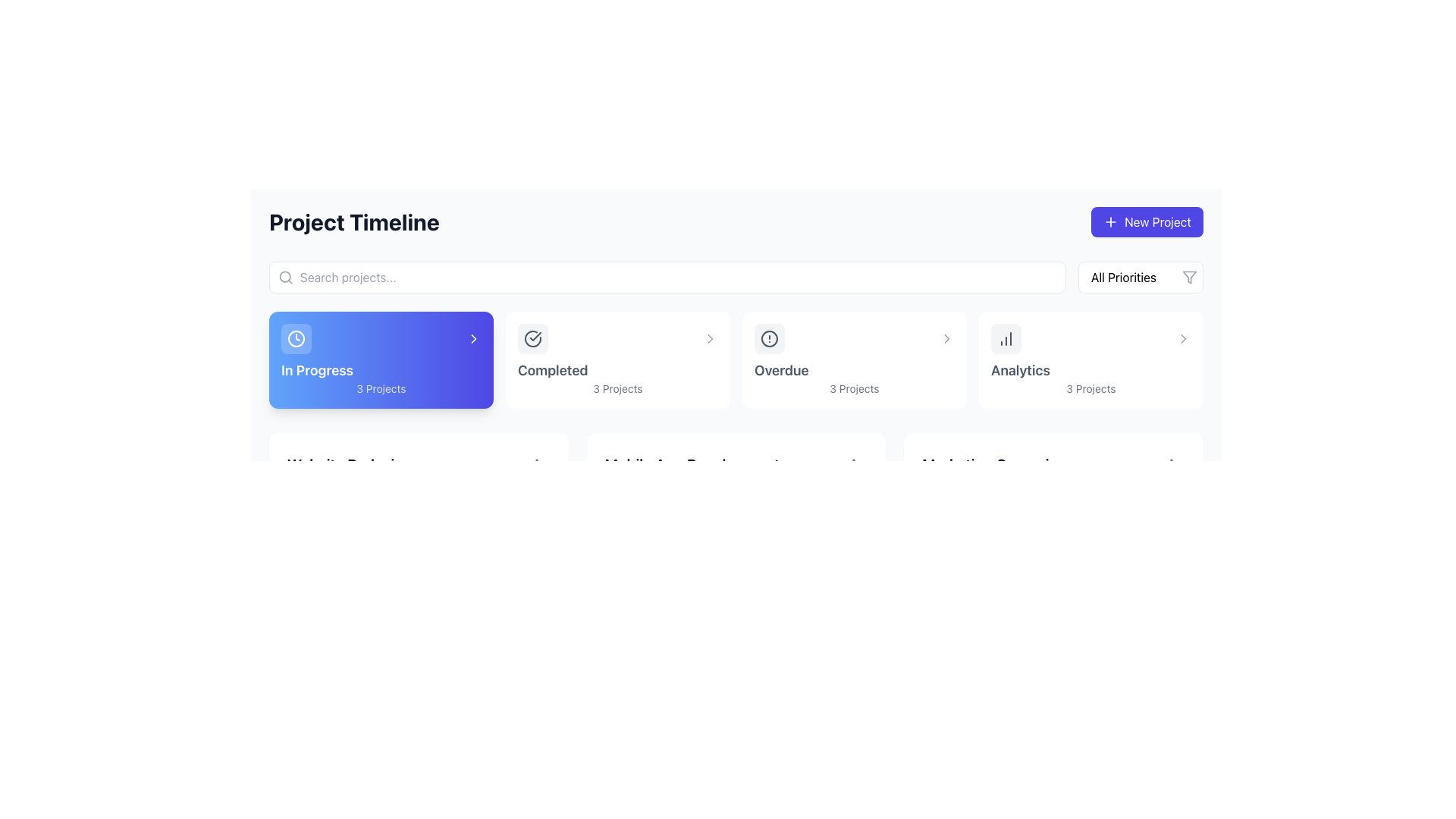  I want to click on the first interactive card in the group that summarizes 'In Progress' projects, so click(381, 359).